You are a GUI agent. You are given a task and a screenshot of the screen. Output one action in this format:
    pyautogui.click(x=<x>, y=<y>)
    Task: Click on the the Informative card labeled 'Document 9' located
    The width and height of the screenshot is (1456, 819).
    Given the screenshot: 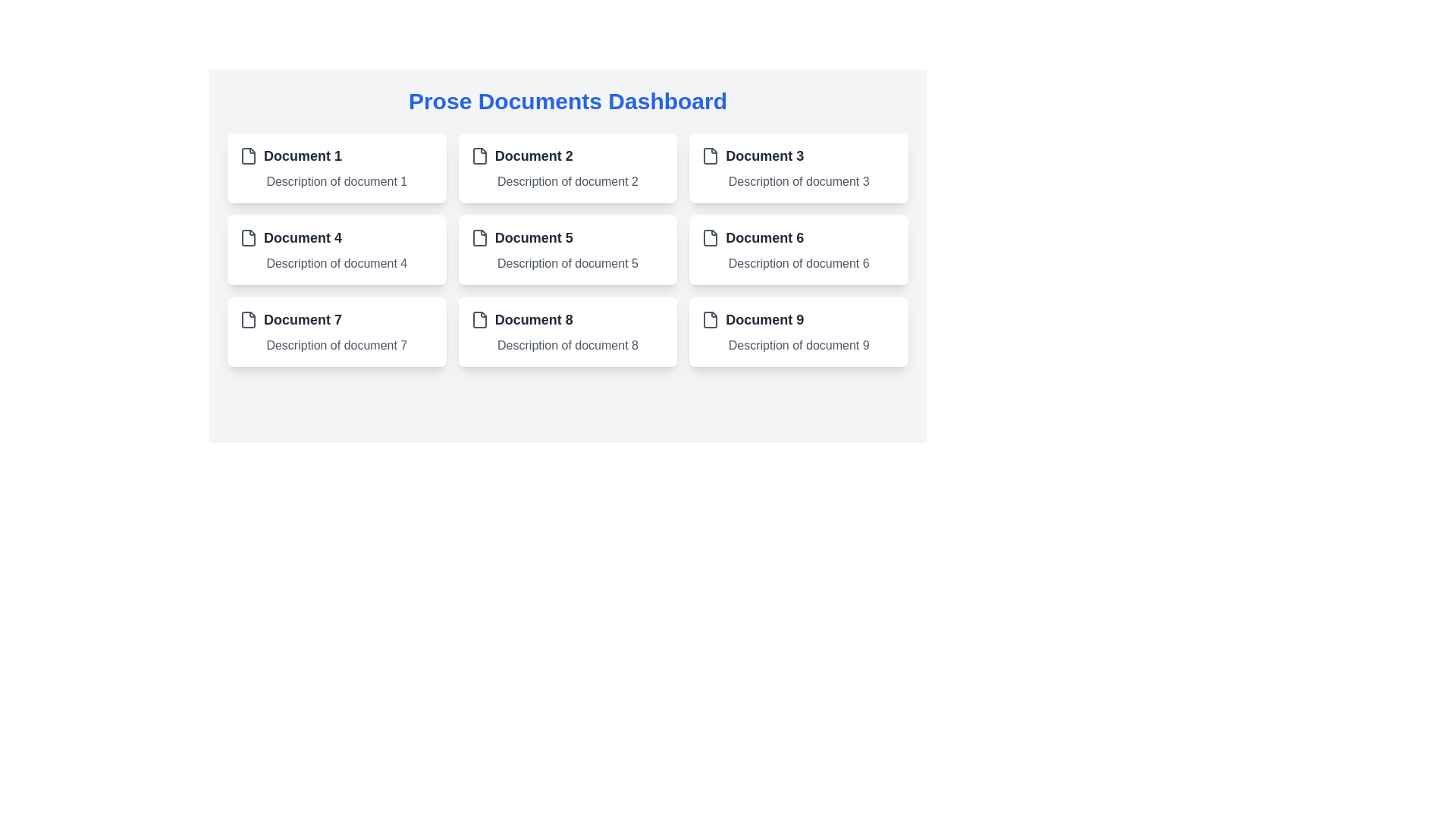 What is the action you would take?
    pyautogui.click(x=798, y=331)
    